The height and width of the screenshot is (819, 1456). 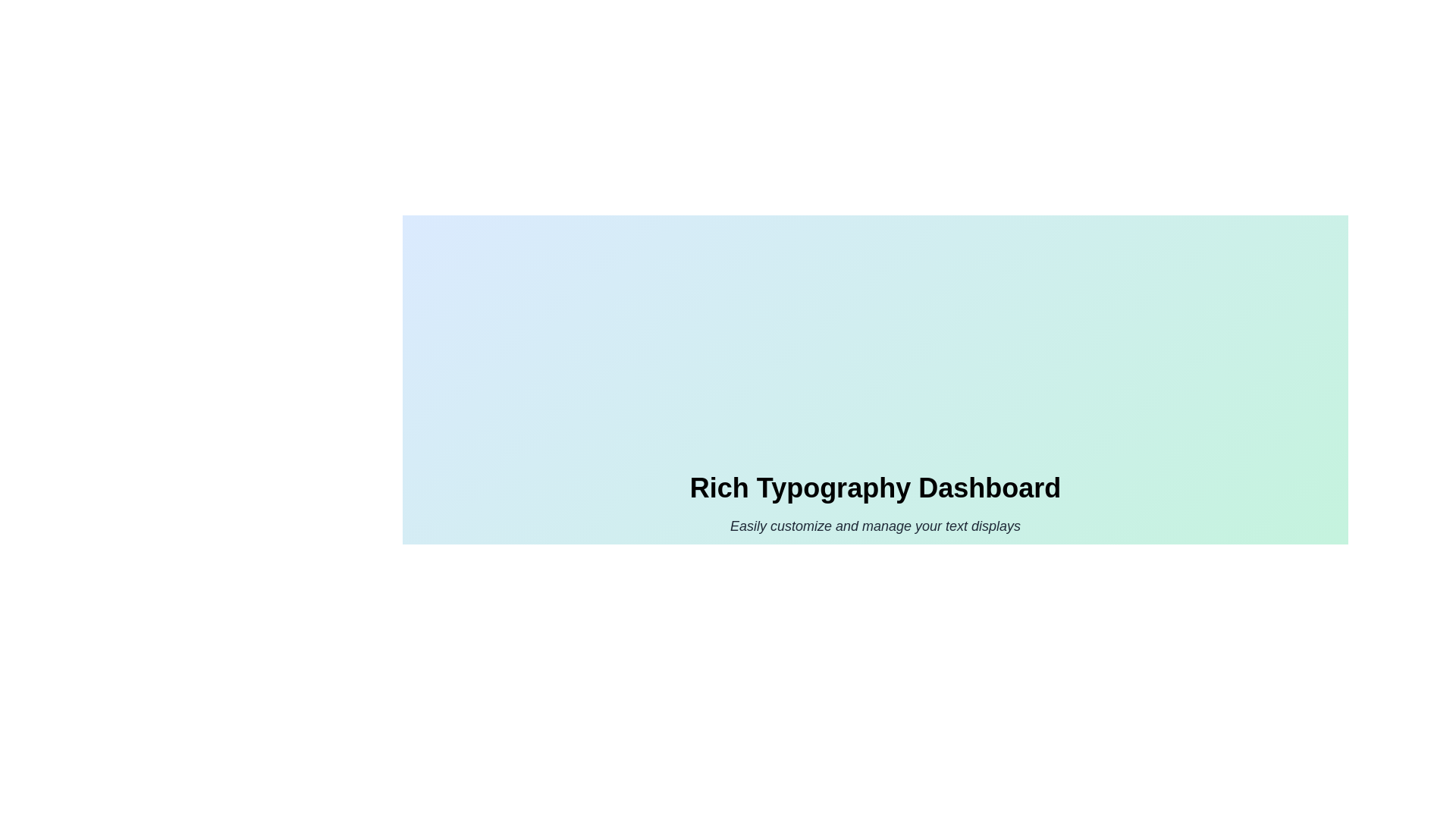 I want to click on the text label that reads 'Easily customize and manage your text displays', styled in italic dark gray font, located beneath the header 'Rich Typography Dashboard', so click(x=875, y=526).